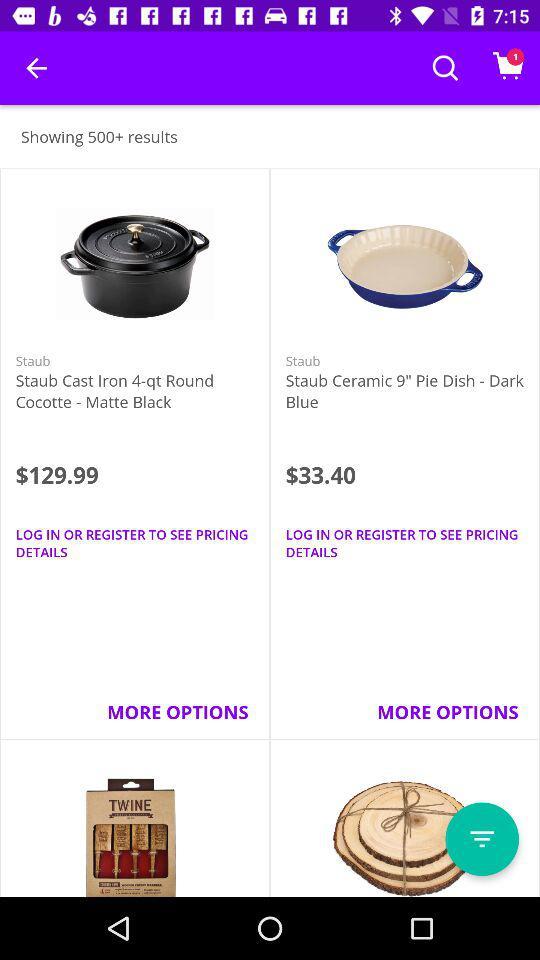  I want to click on adjust the informations page, so click(481, 839).